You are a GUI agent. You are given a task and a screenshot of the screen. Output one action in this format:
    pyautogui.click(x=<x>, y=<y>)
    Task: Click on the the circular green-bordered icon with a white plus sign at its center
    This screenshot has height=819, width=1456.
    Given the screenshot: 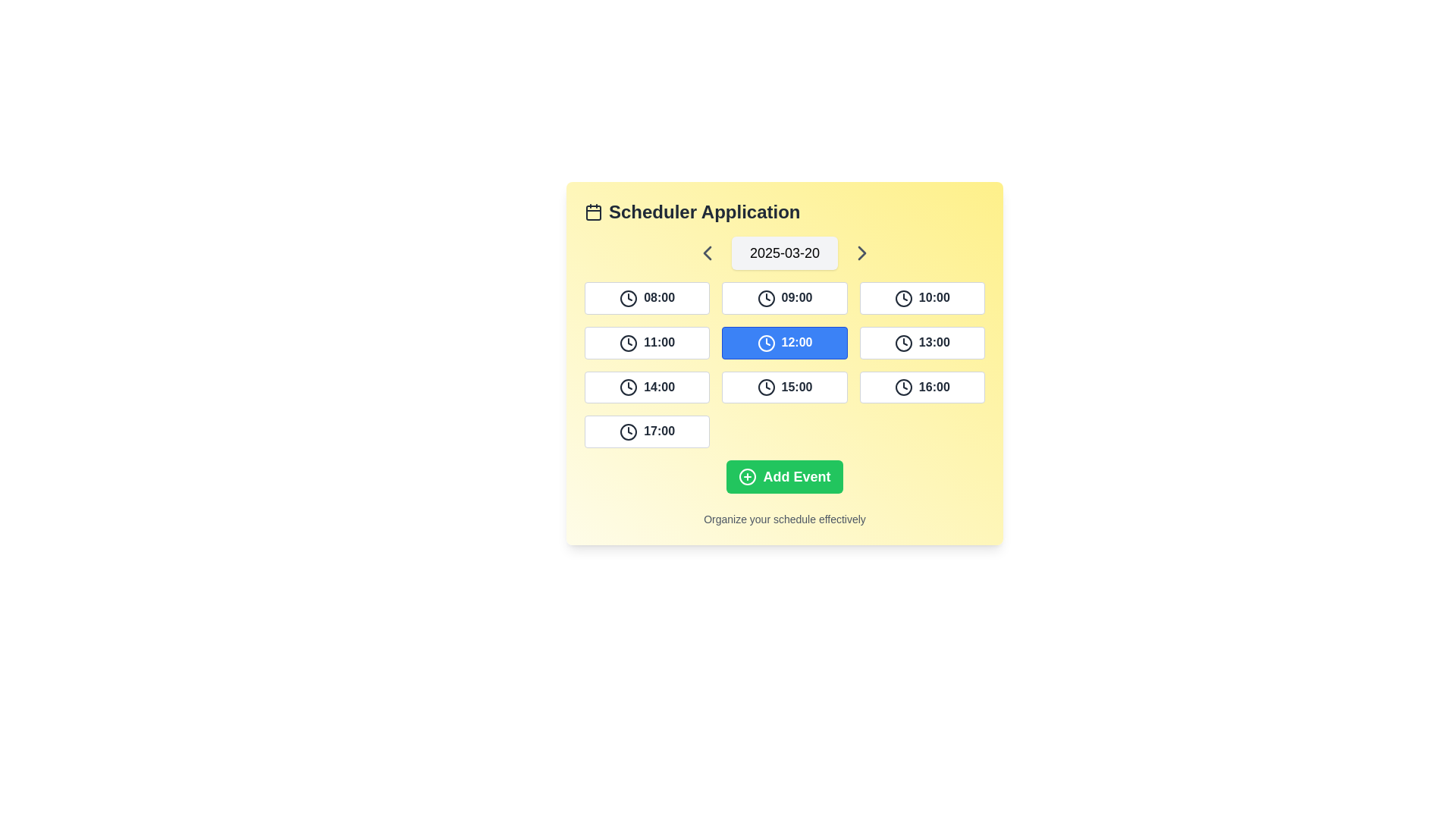 What is the action you would take?
    pyautogui.click(x=748, y=476)
    